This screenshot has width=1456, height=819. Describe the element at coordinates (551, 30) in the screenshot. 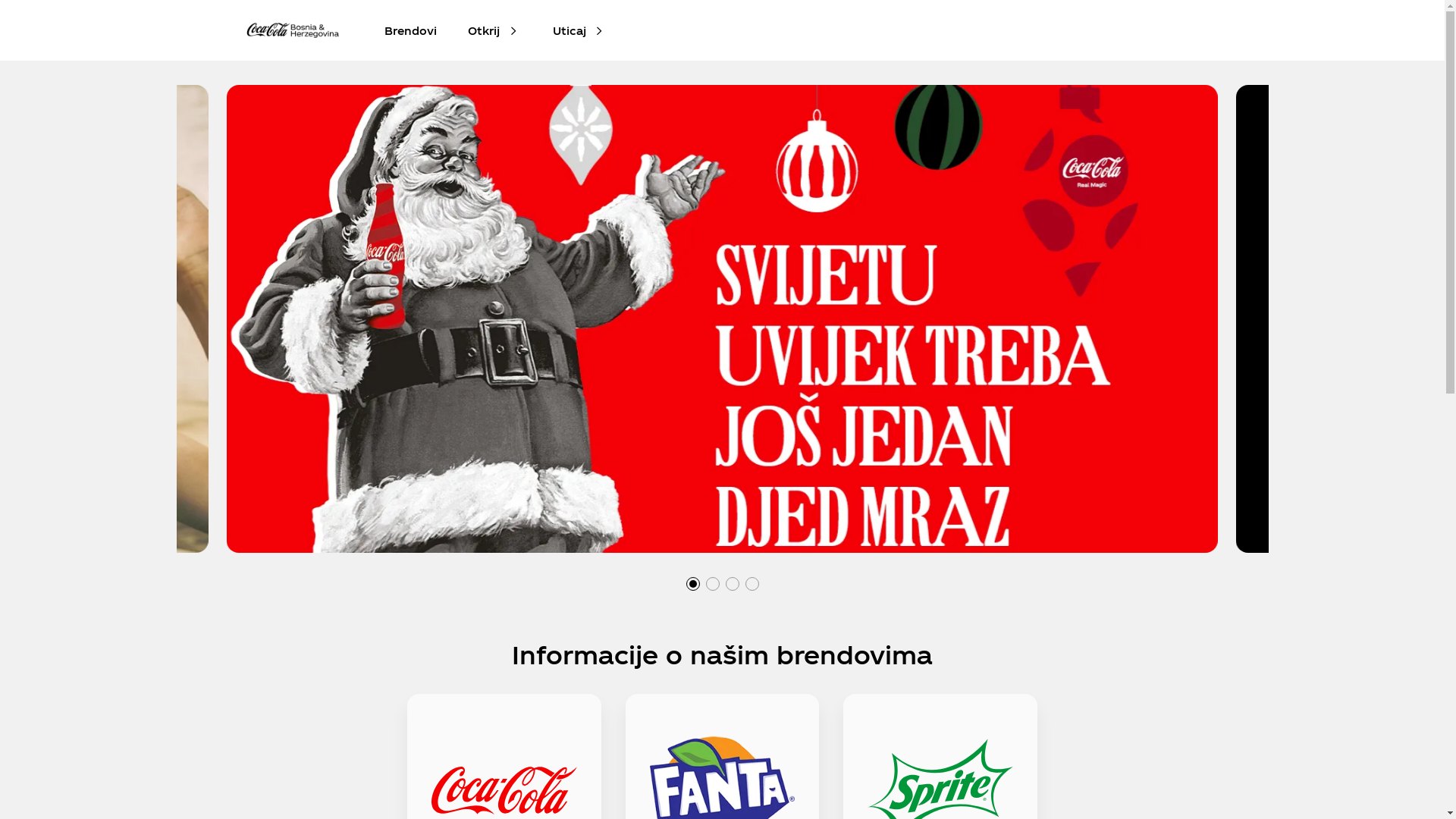

I see `'Uticaj'` at that location.